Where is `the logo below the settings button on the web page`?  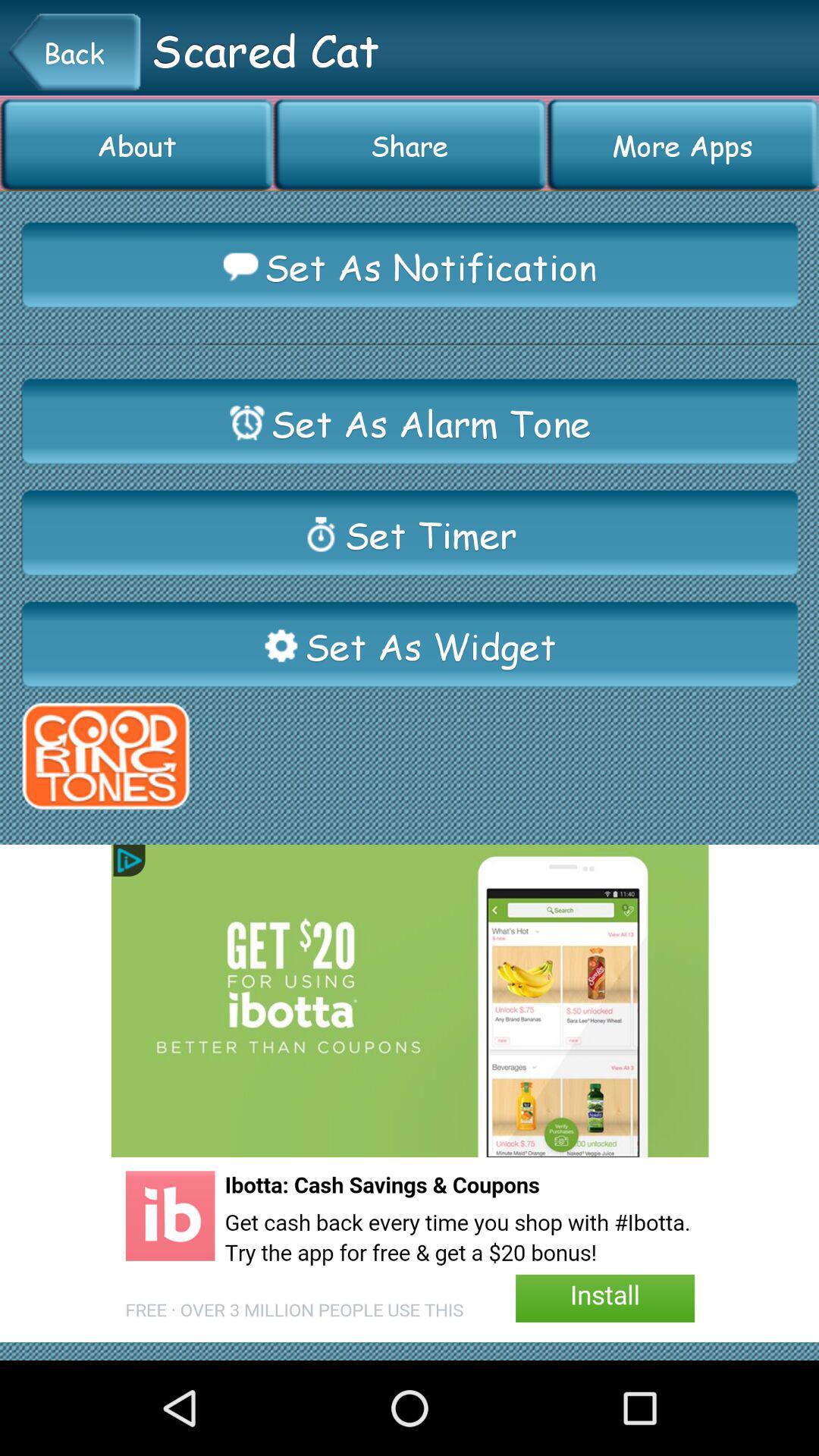 the logo below the settings button on the web page is located at coordinates (105, 756).